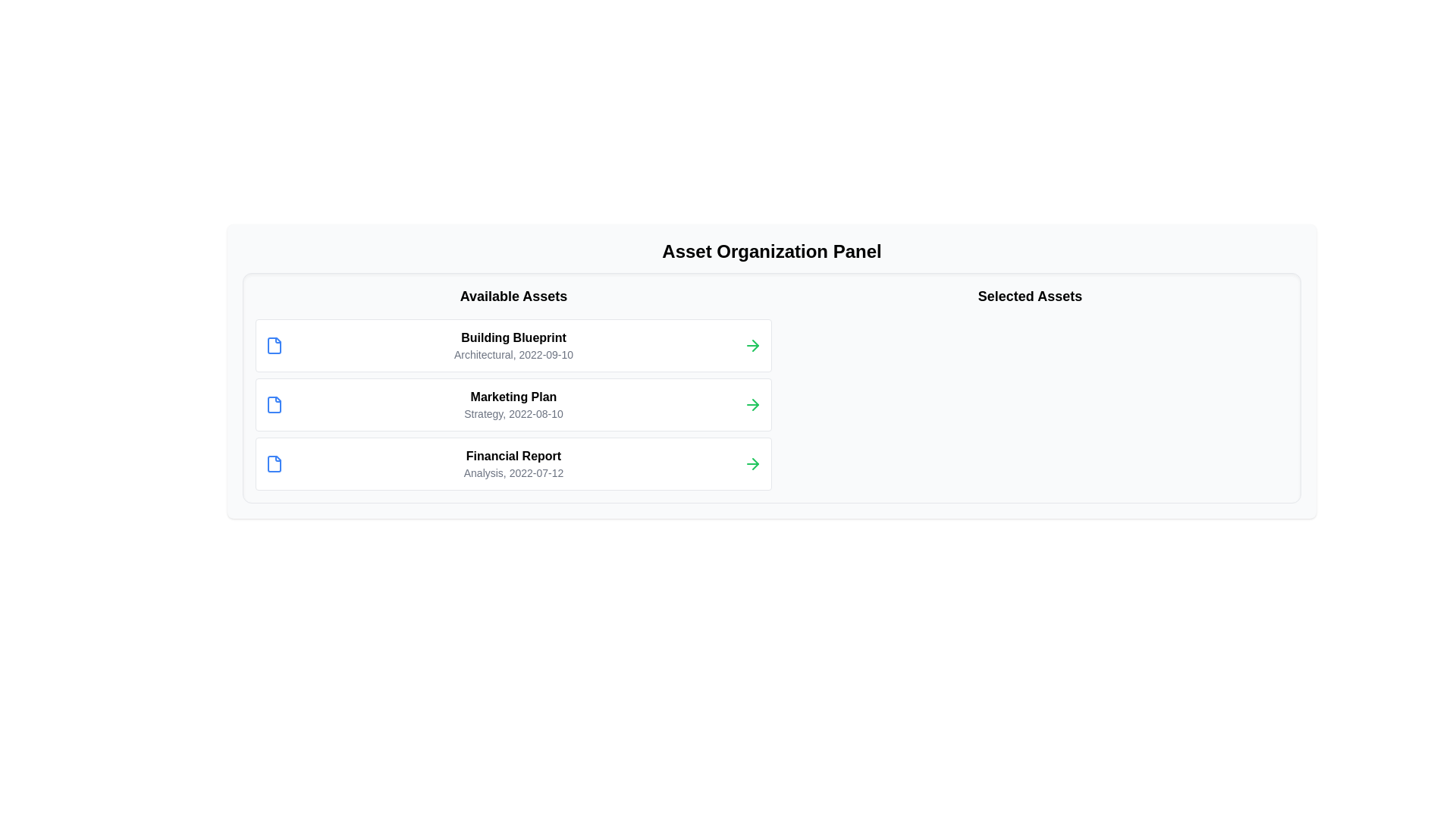  What do you see at coordinates (513, 403) in the screenshot?
I see `the second list item card labeled 'Marketing Plan'` at bounding box center [513, 403].